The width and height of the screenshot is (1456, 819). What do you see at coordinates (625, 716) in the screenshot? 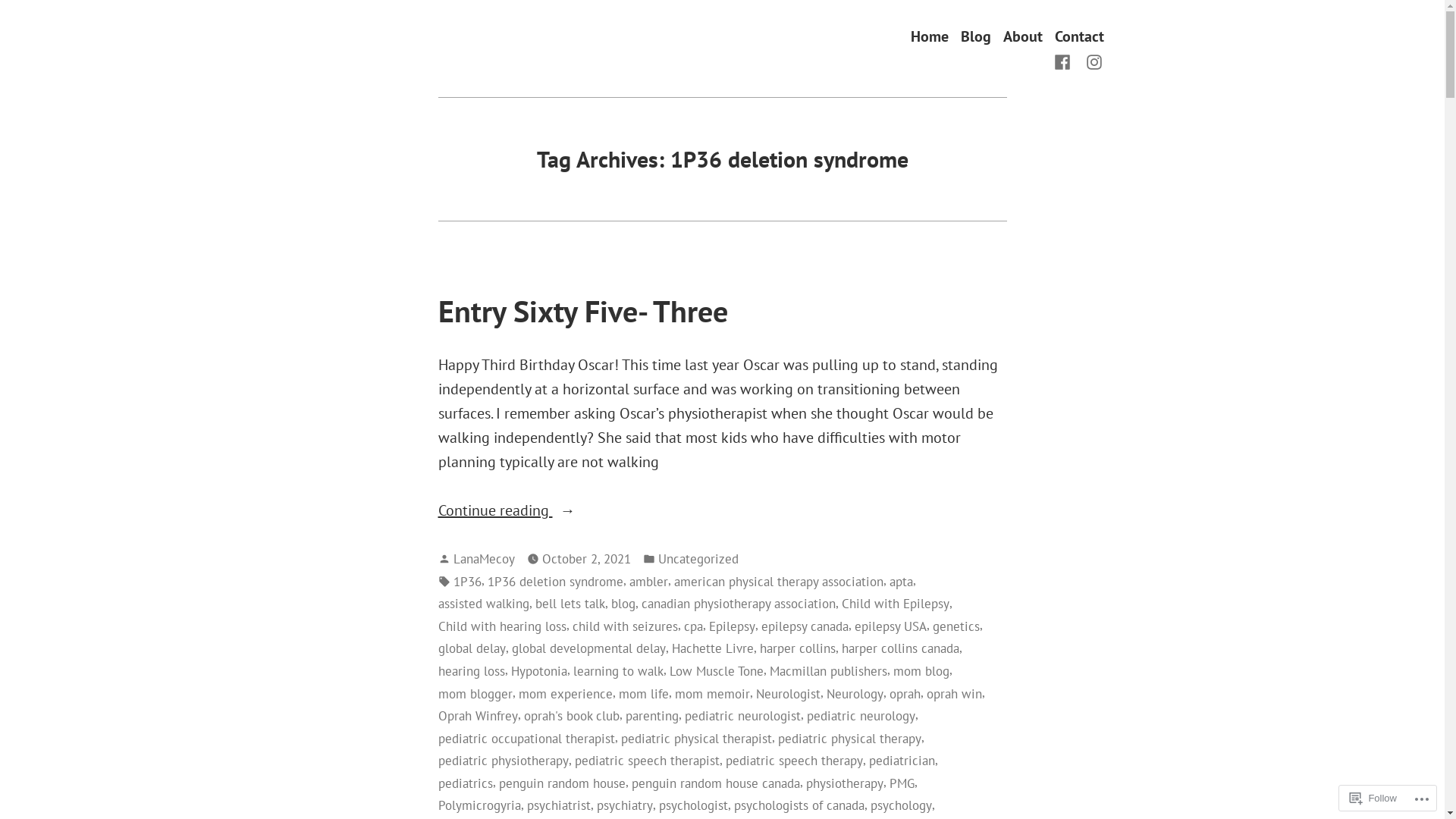
I see `'parenting'` at bounding box center [625, 716].